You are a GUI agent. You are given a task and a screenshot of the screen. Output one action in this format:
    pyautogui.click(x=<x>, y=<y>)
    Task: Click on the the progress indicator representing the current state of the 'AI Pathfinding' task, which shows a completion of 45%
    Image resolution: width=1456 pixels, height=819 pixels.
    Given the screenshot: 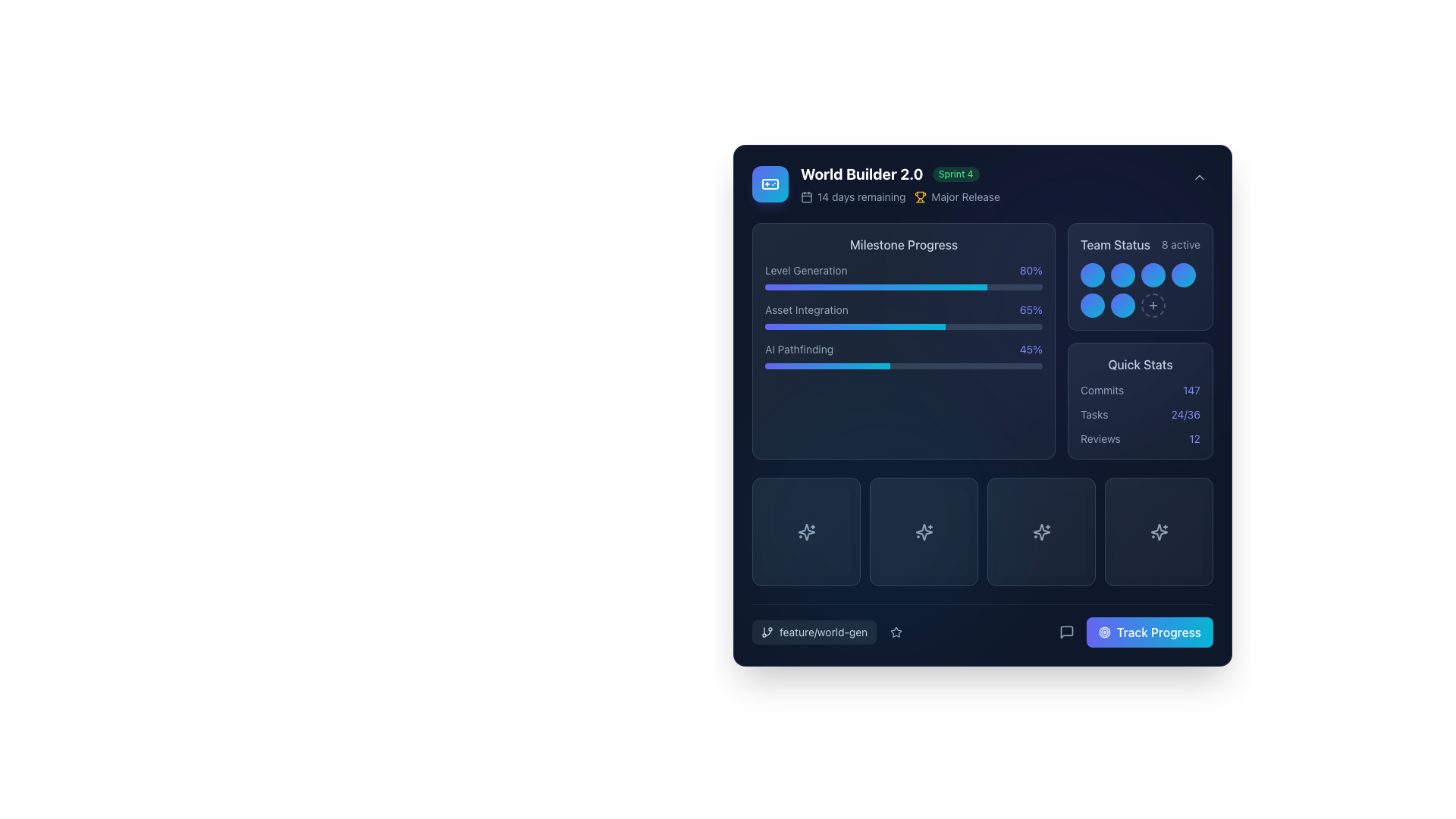 What is the action you would take?
    pyautogui.click(x=903, y=356)
    